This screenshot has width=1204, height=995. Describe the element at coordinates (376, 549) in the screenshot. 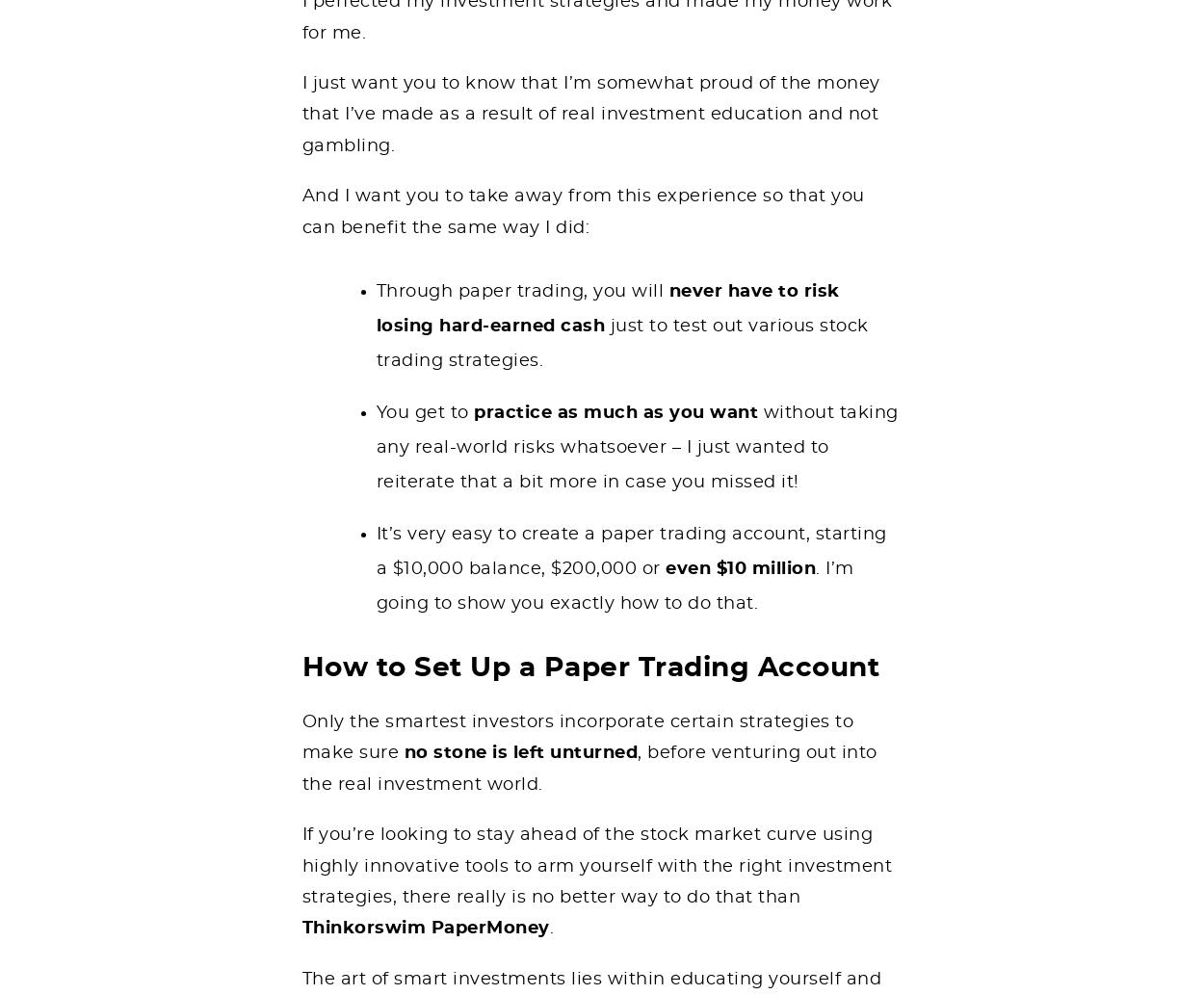

I see `'It’s very easy to create a paper trading account, starting a $10,000 balance, $200,000 or'` at that location.